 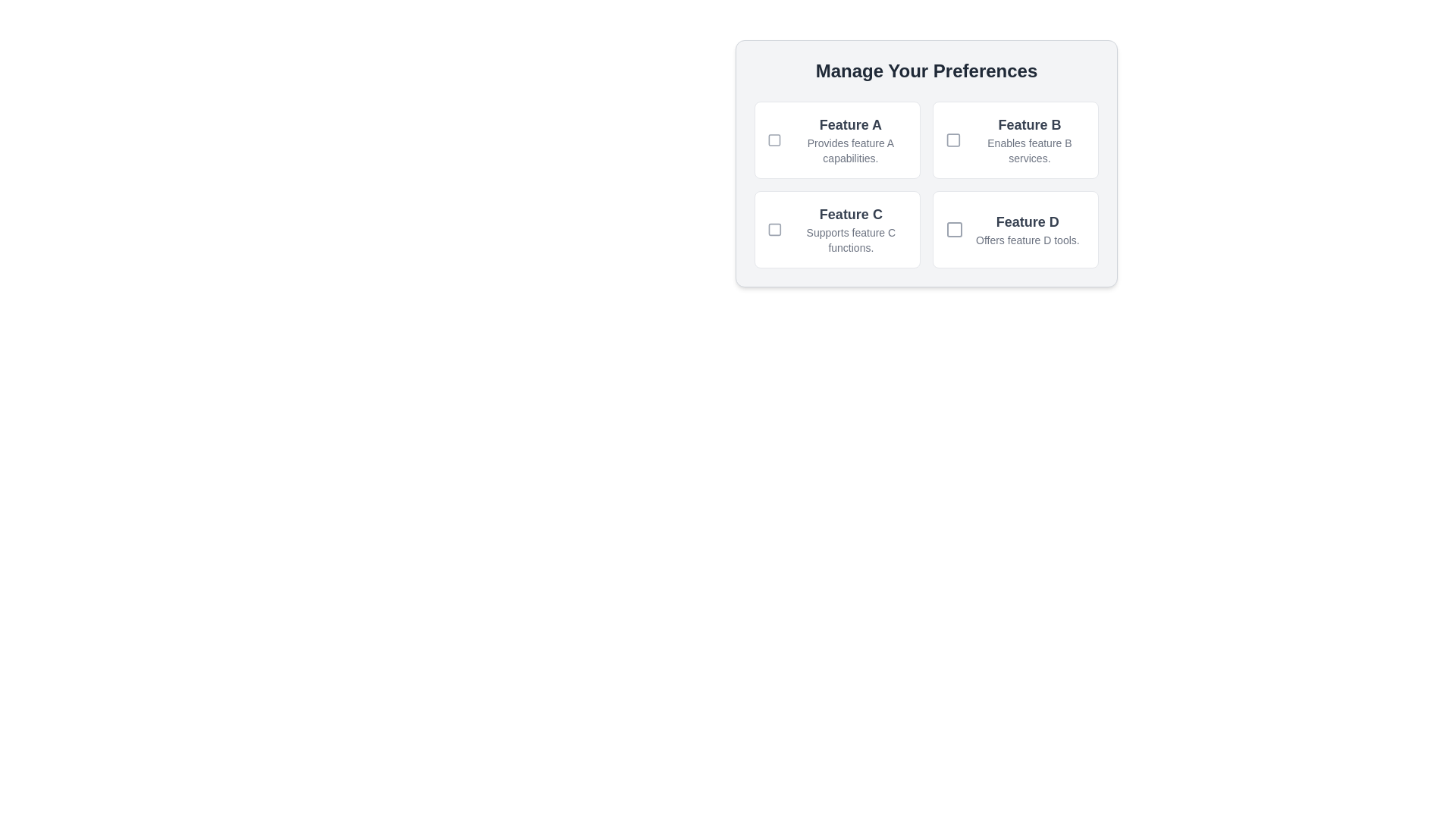 What do you see at coordinates (774, 230) in the screenshot?
I see `the checkbox labeled 'Feature C' in the lower-left option of the grid under 'Manage Your Preferences'` at bounding box center [774, 230].